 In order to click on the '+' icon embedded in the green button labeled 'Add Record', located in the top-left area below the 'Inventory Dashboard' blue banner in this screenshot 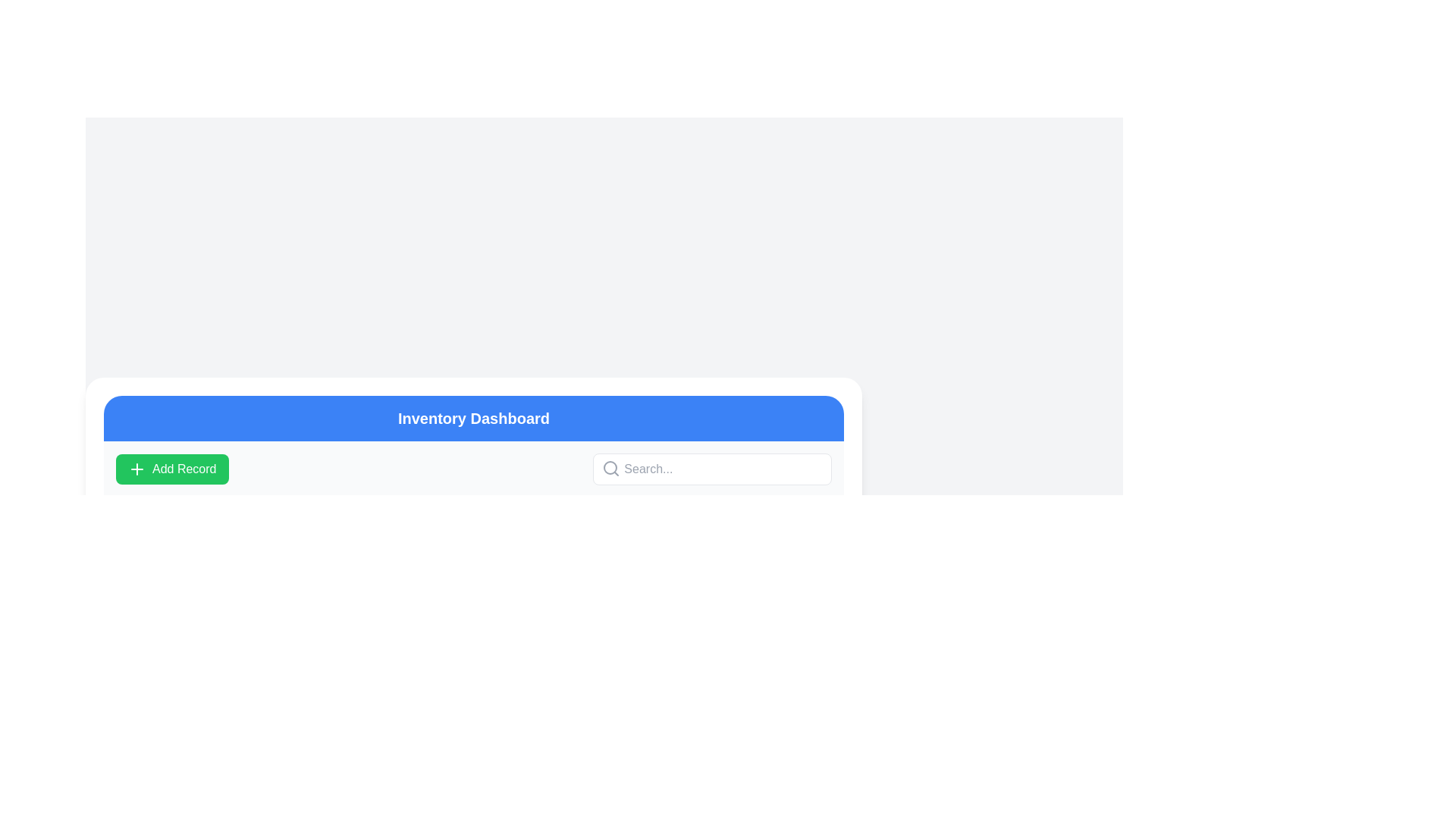, I will do `click(137, 468)`.